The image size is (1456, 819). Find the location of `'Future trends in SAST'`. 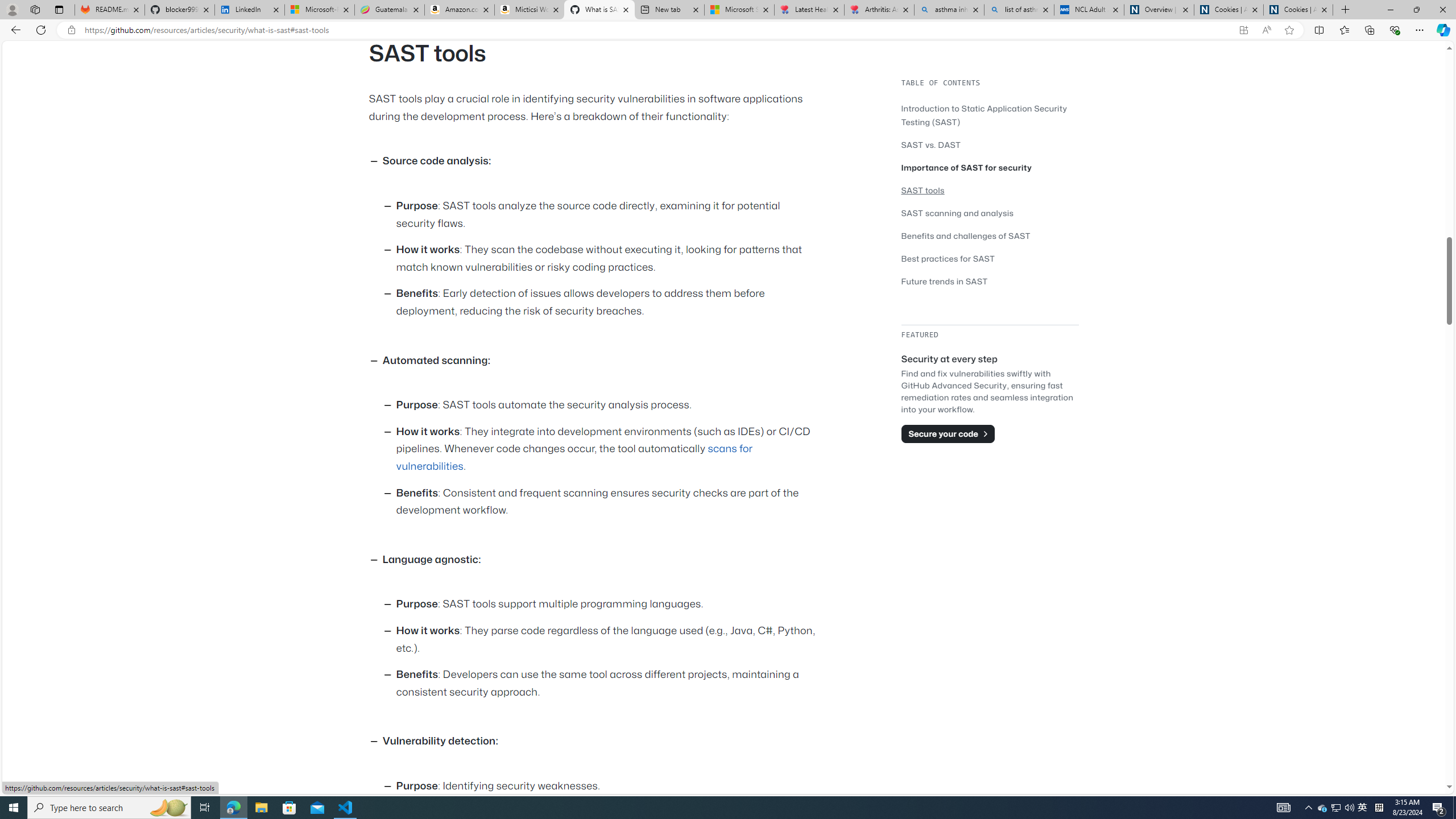

'Future trends in SAST' is located at coordinates (944, 281).